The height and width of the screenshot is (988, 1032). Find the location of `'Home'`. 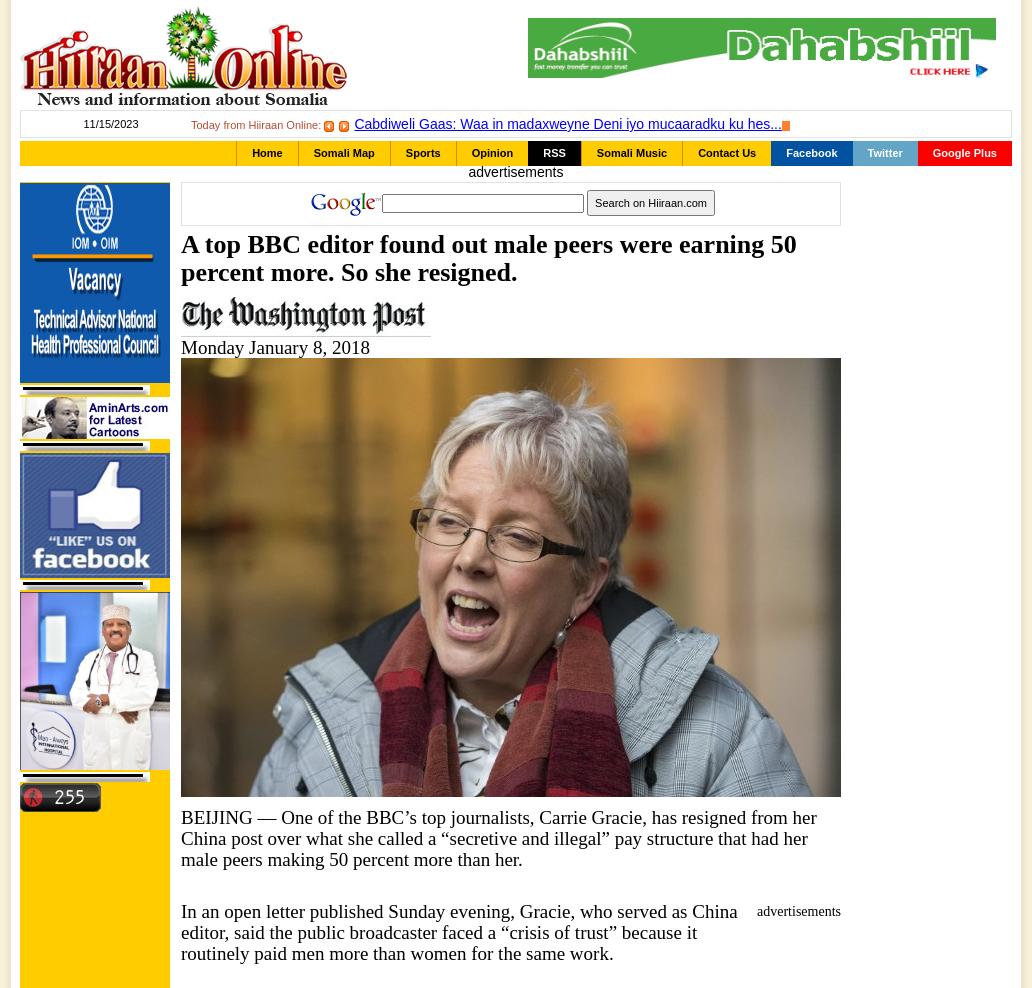

'Home' is located at coordinates (251, 152).